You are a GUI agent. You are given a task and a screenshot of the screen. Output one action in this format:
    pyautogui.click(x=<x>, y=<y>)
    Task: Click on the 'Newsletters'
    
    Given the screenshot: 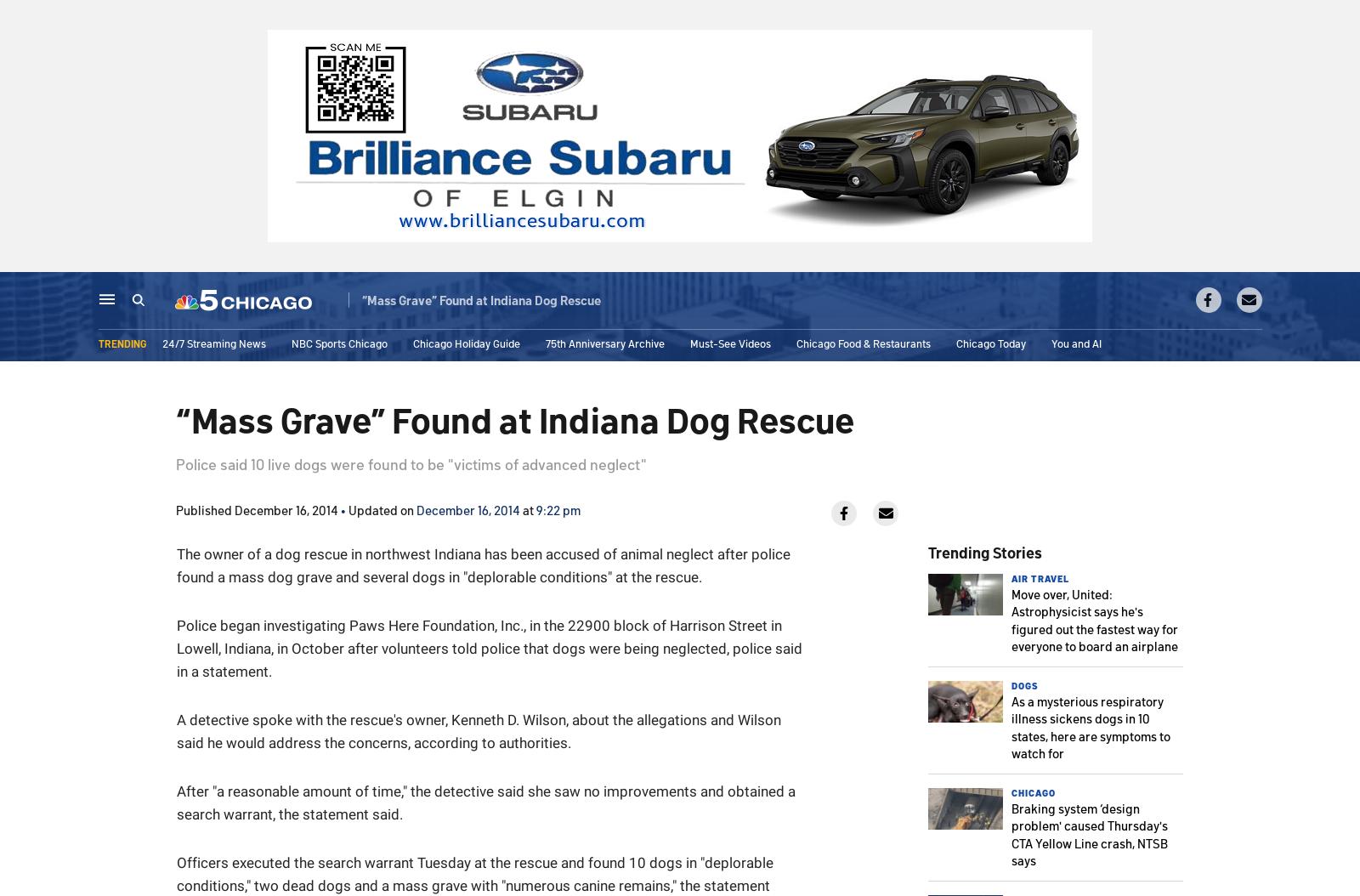 What is the action you would take?
    pyautogui.click(x=942, y=301)
    